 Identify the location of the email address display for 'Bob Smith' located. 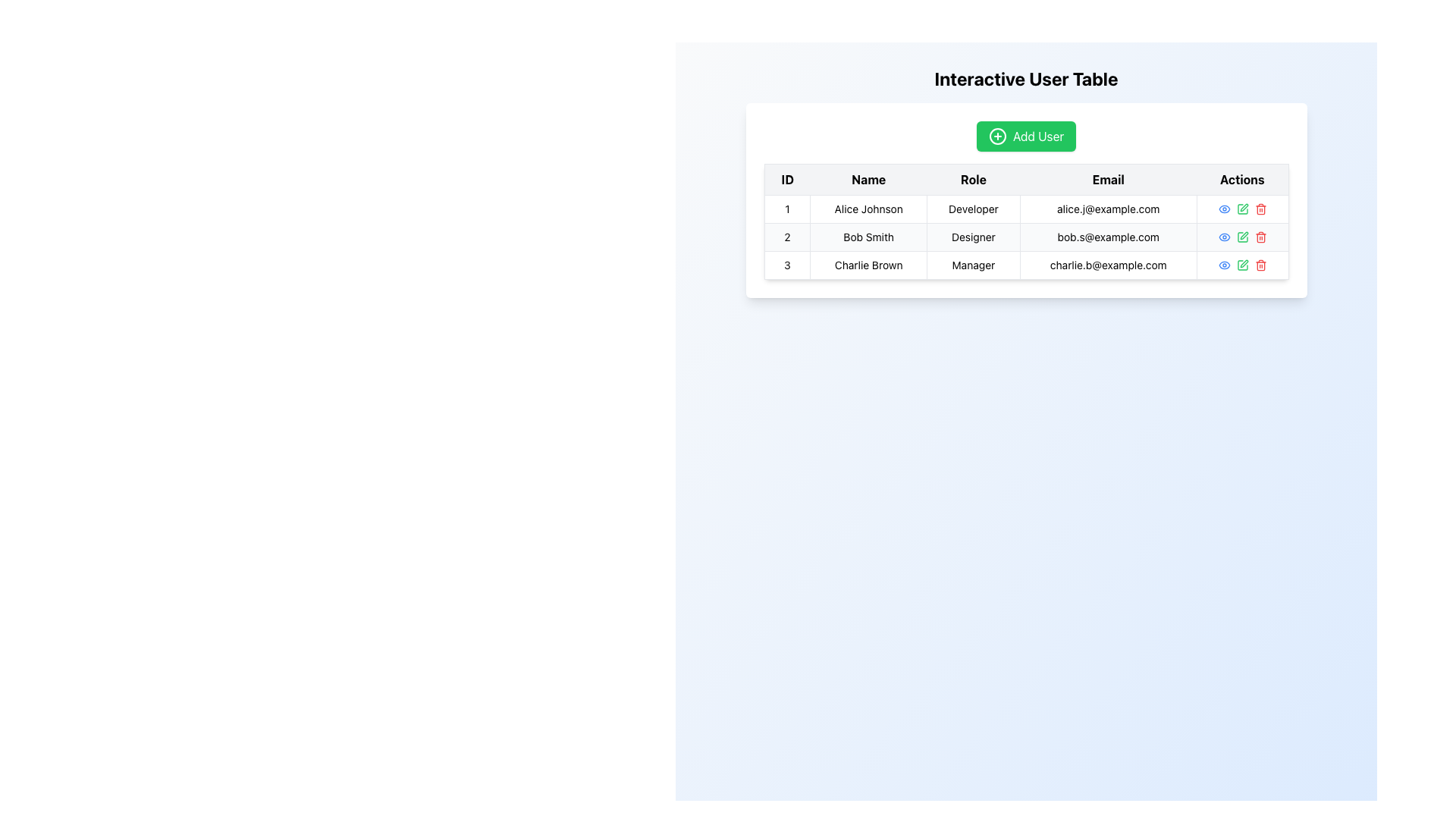
(1108, 237).